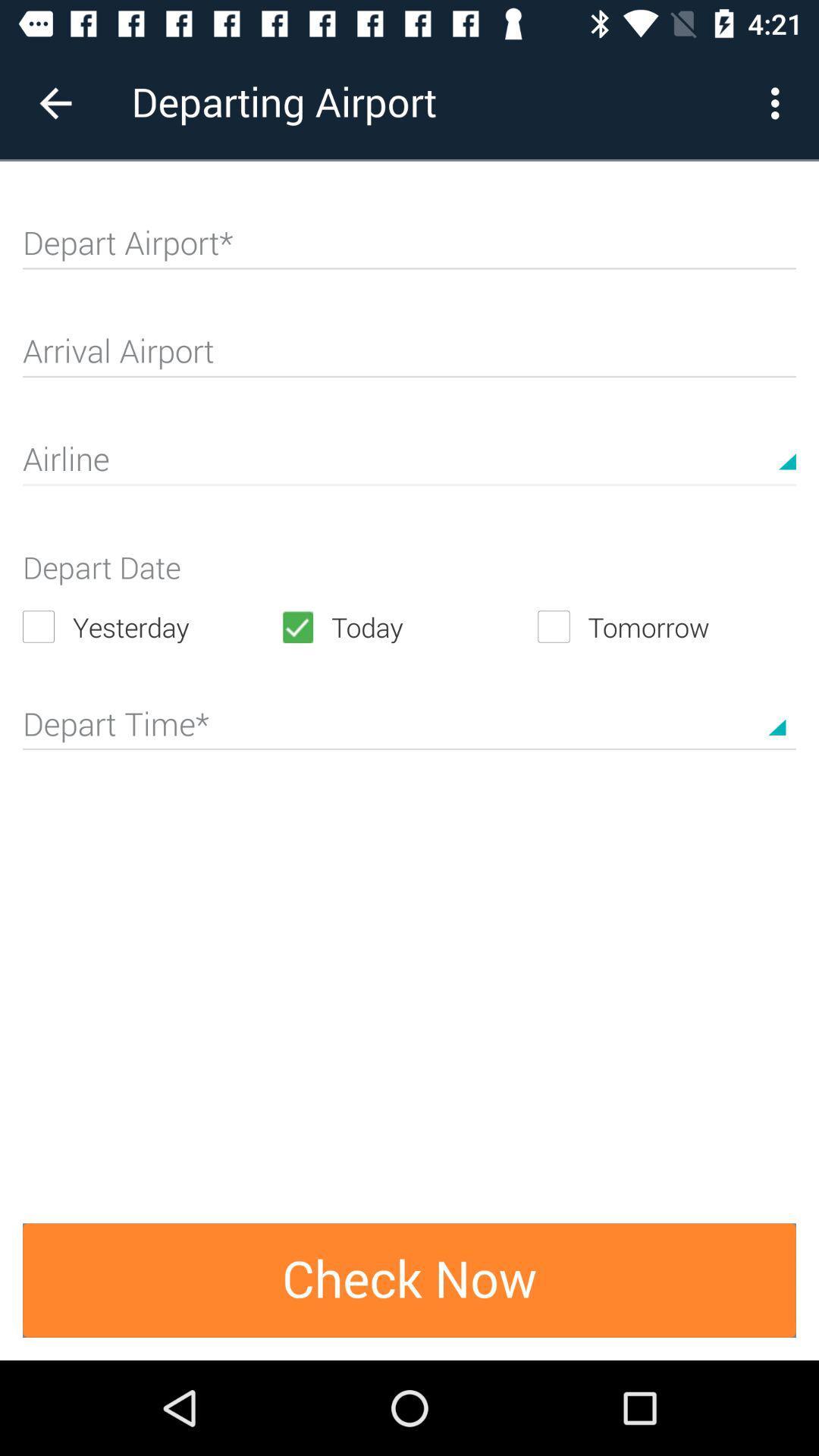 This screenshot has width=819, height=1456. Describe the element at coordinates (408, 626) in the screenshot. I see `the today icon` at that location.